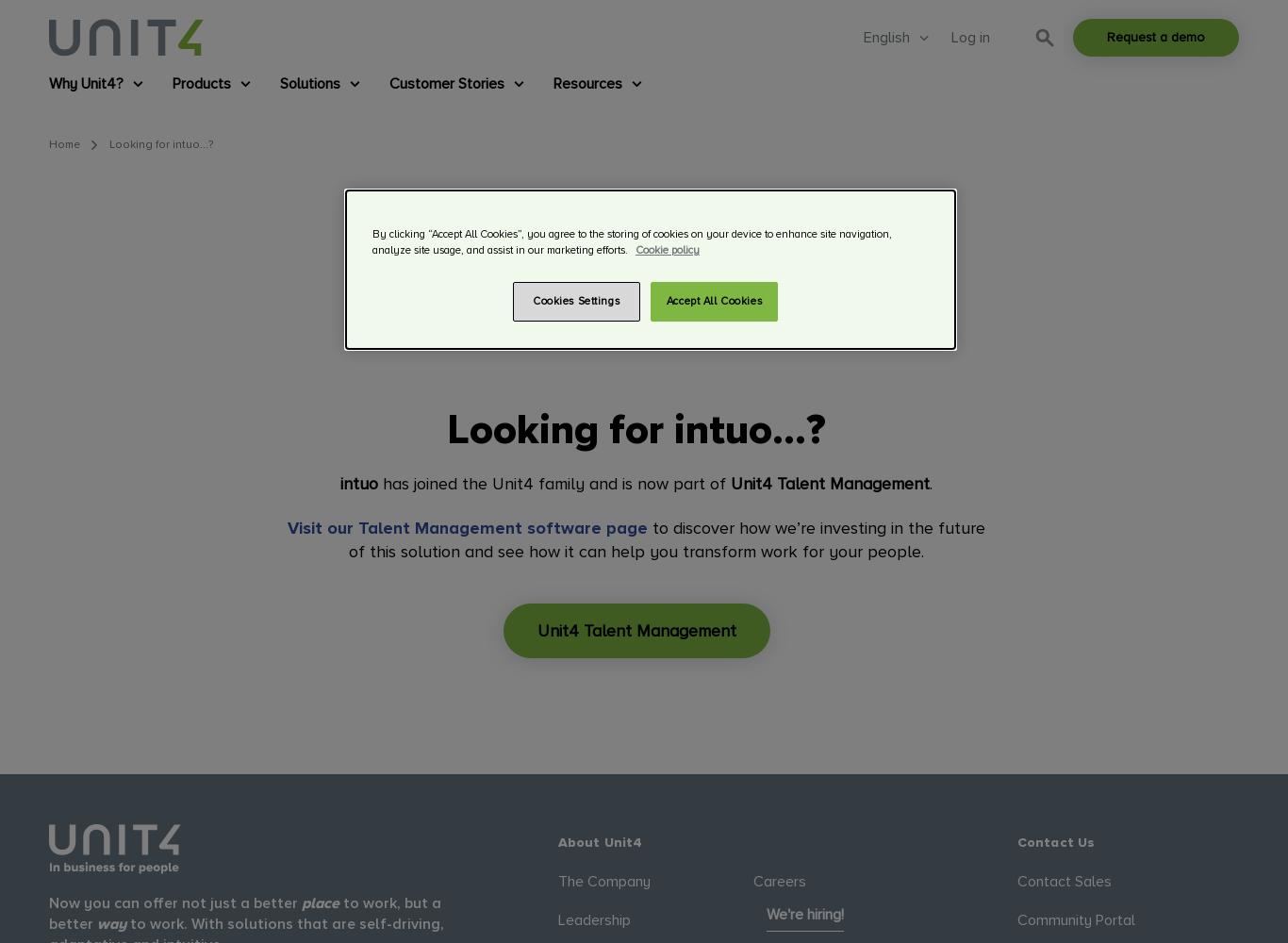  Describe the element at coordinates (320, 902) in the screenshot. I see `'place'` at that location.